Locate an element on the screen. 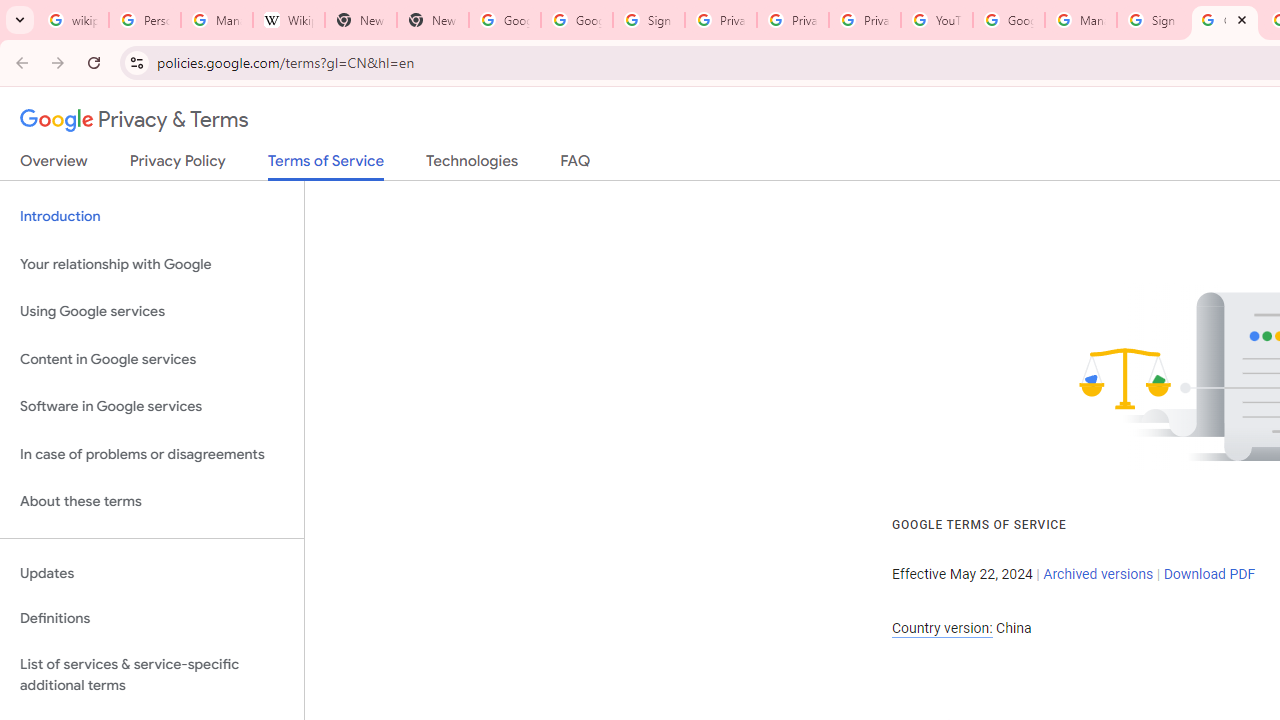 This screenshot has height=720, width=1280. 'Google Drive: Sign-in' is located at coordinates (576, 20).